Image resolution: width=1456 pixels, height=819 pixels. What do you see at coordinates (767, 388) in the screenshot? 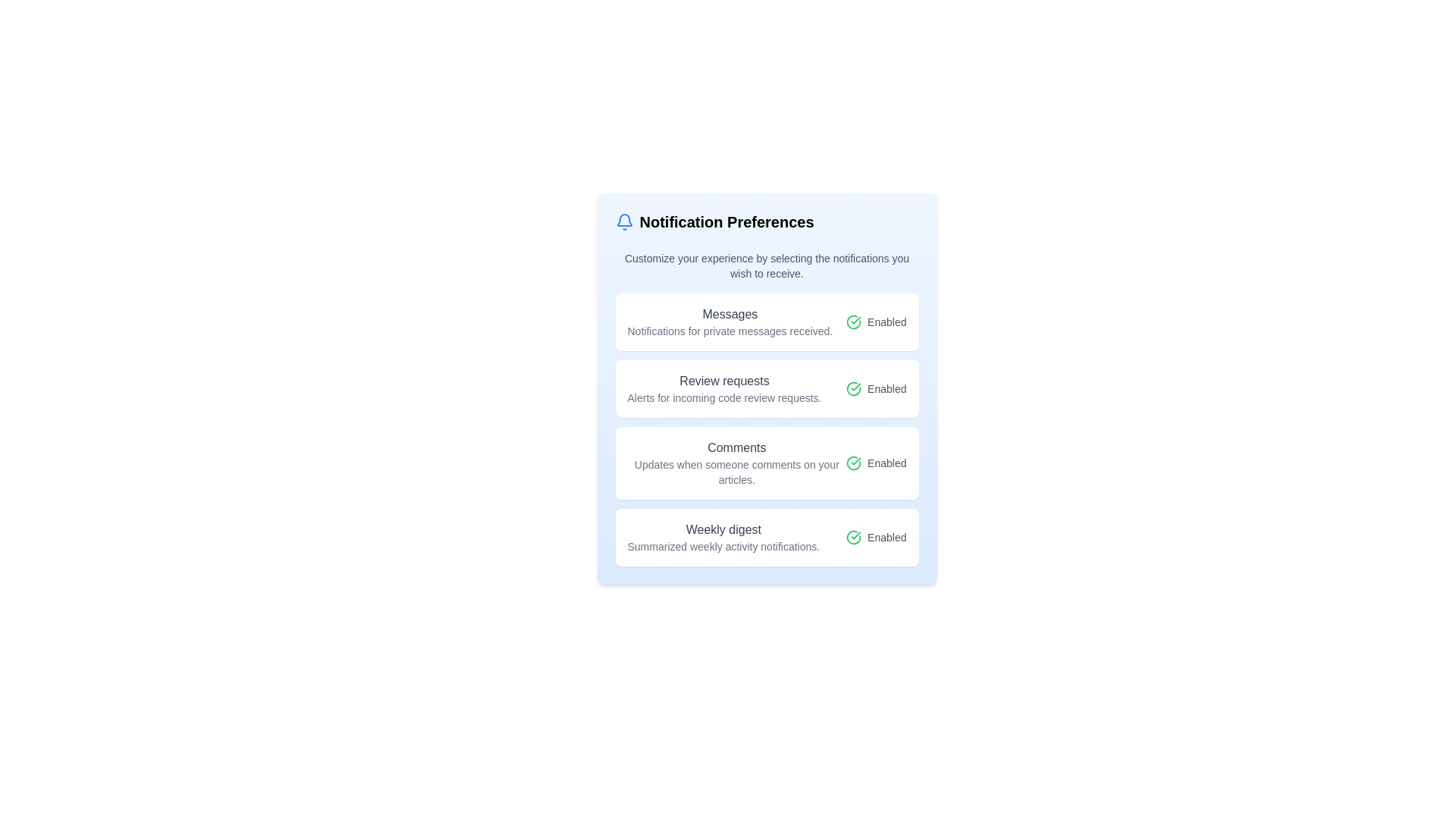
I see `the 'Review requests' notification setting toggle display, which is the second item in a vertically stacked list, located between 'Messages' and 'Comments'` at bounding box center [767, 388].